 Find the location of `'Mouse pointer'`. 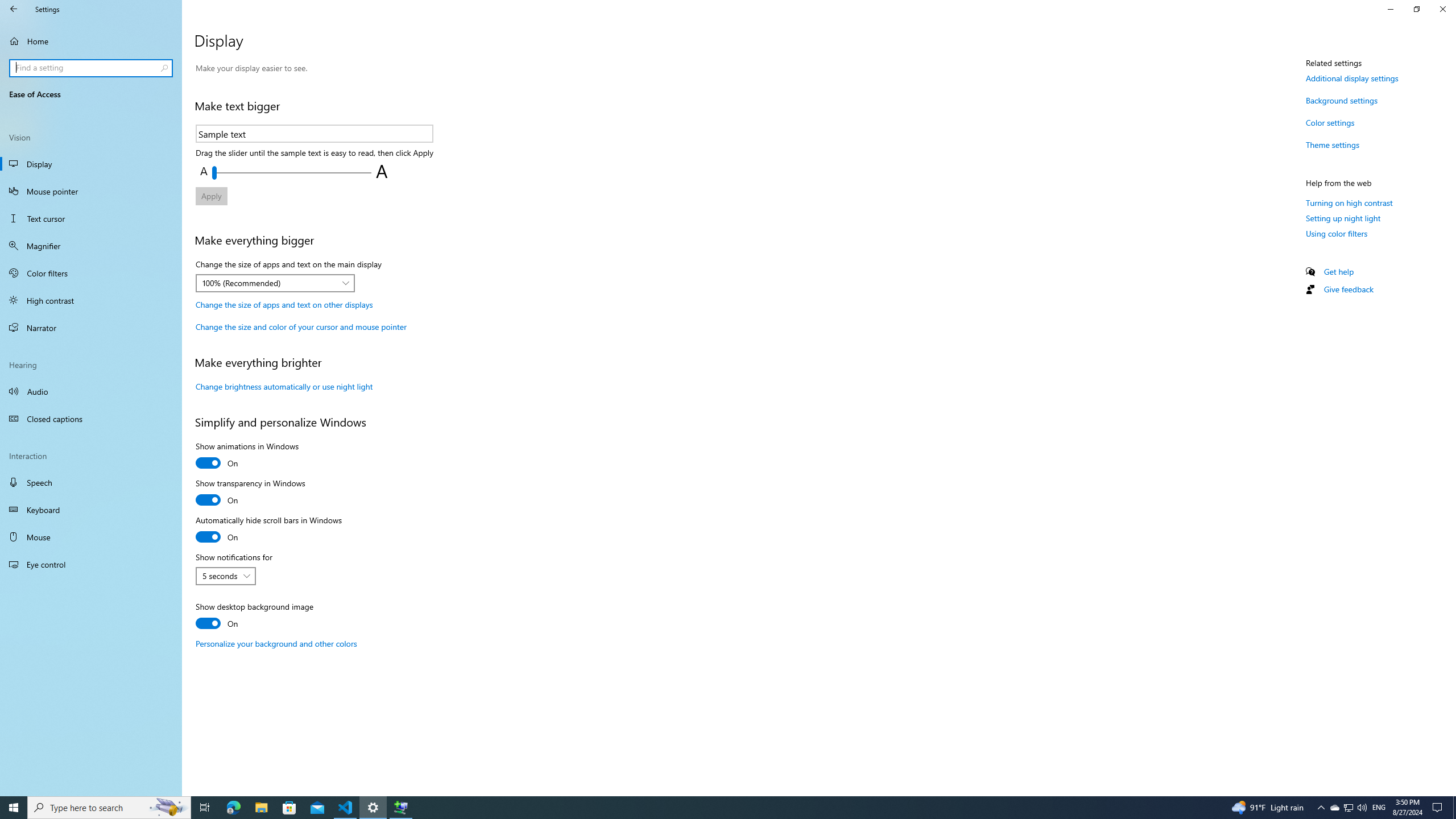

'Mouse pointer' is located at coordinates (90, 191).